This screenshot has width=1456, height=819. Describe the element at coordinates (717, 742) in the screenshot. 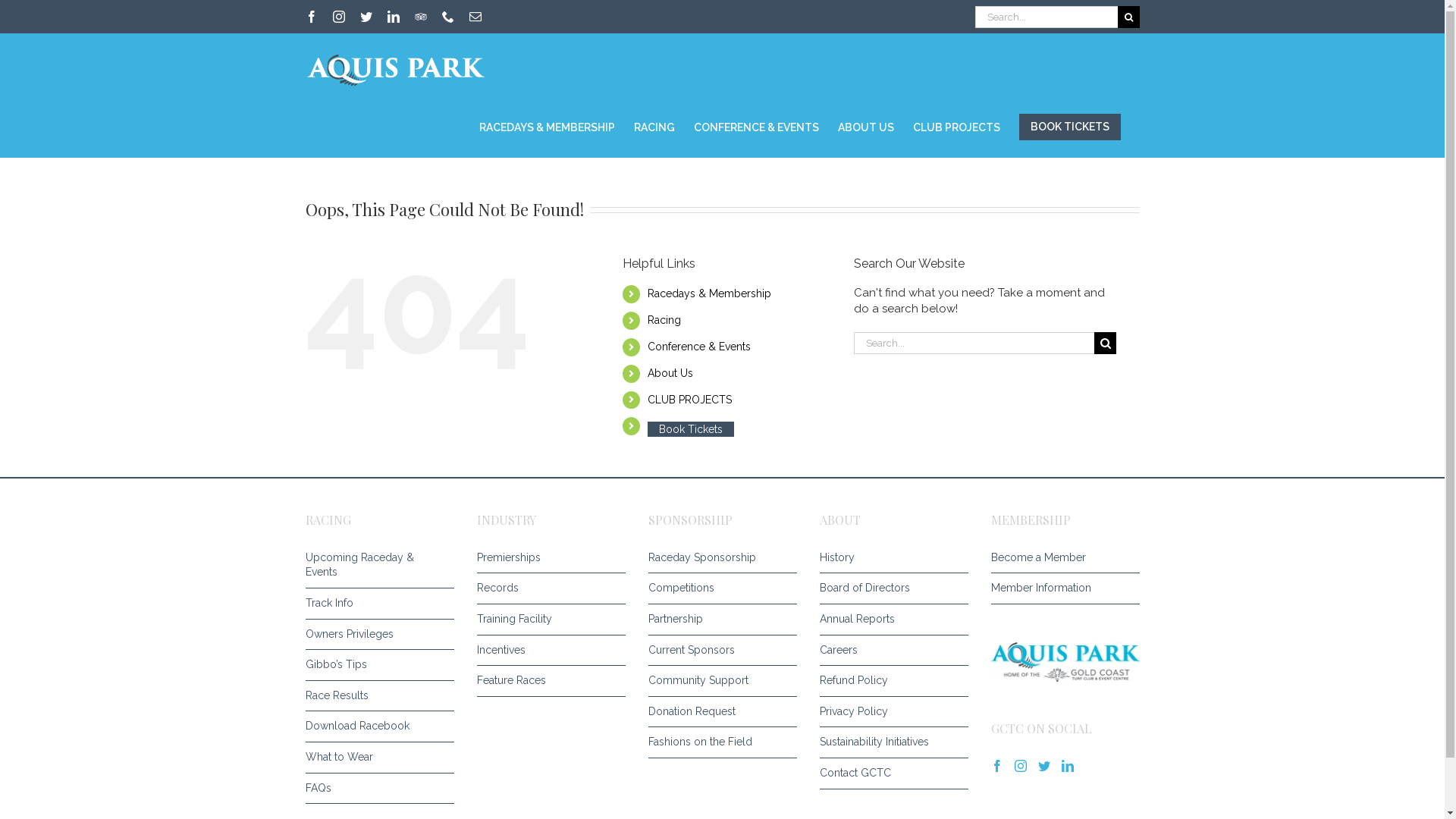

I see `'Fashions on the Field'` at that location.